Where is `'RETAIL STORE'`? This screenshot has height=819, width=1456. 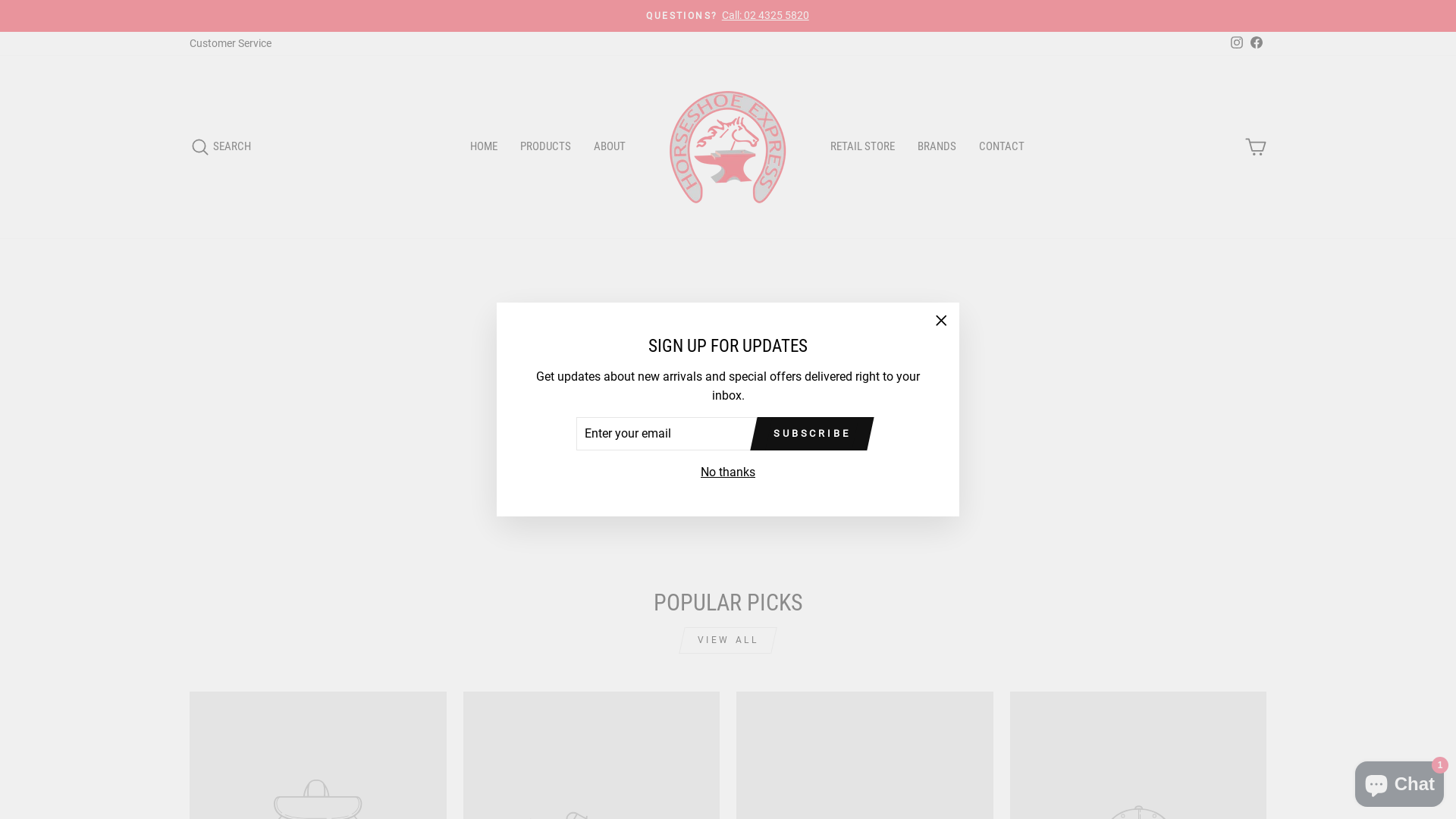
'RETAIL STORE' is located at coordinates (818, 146).